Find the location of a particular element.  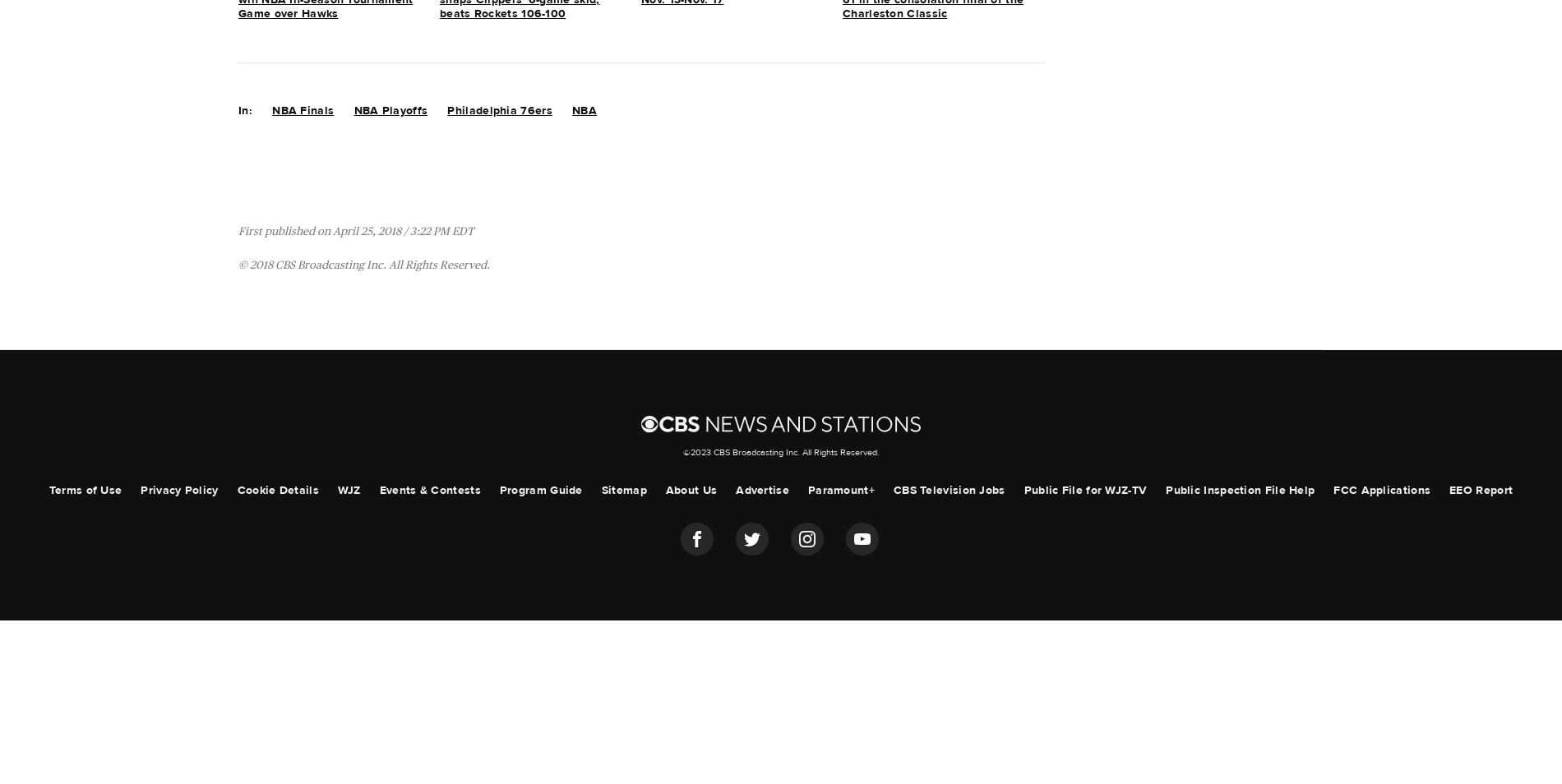

'Sitemap' is located at coordinates (622, 488).